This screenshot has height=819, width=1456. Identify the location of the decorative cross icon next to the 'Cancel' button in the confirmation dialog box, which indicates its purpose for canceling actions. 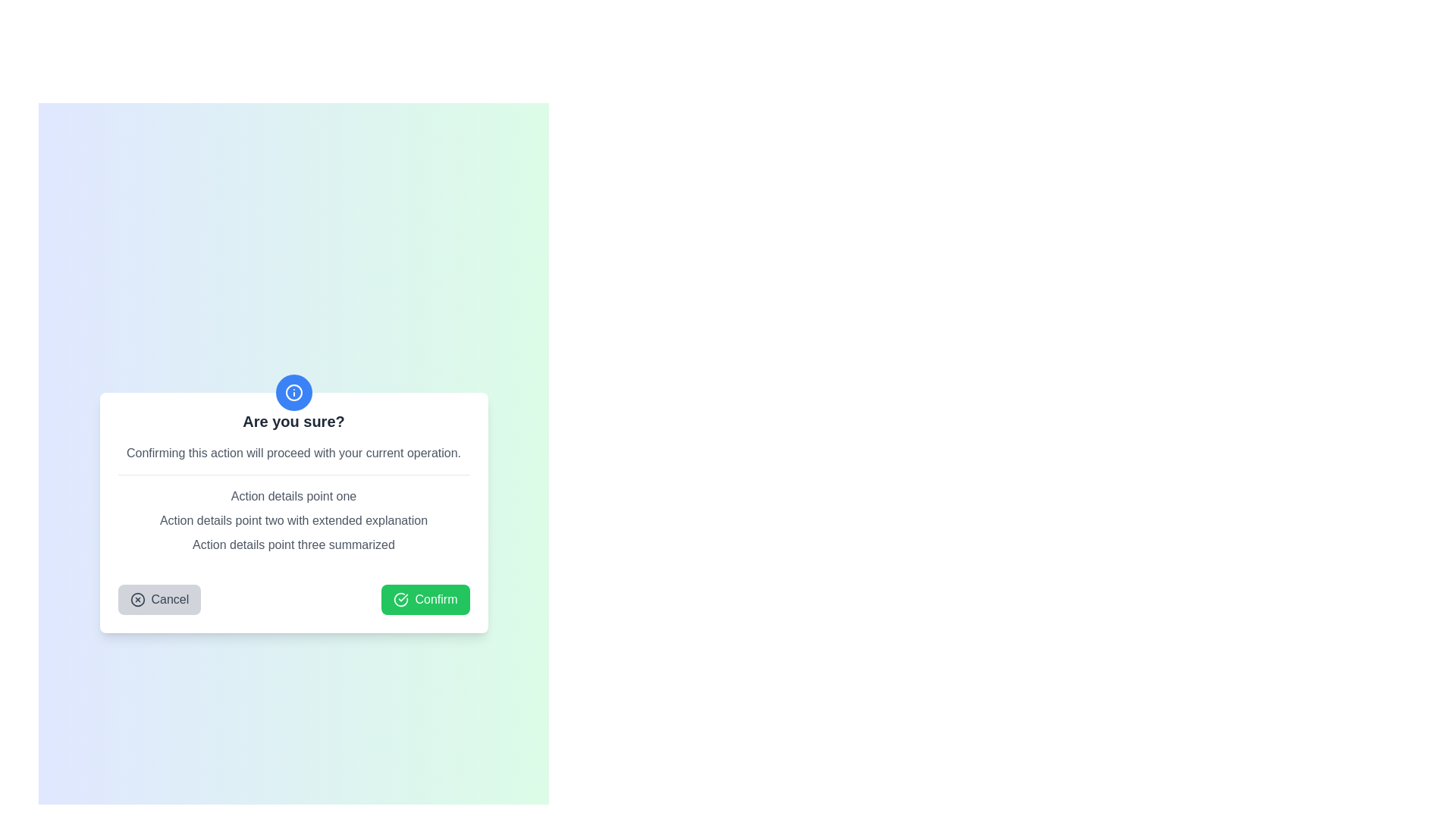
(137, 598).